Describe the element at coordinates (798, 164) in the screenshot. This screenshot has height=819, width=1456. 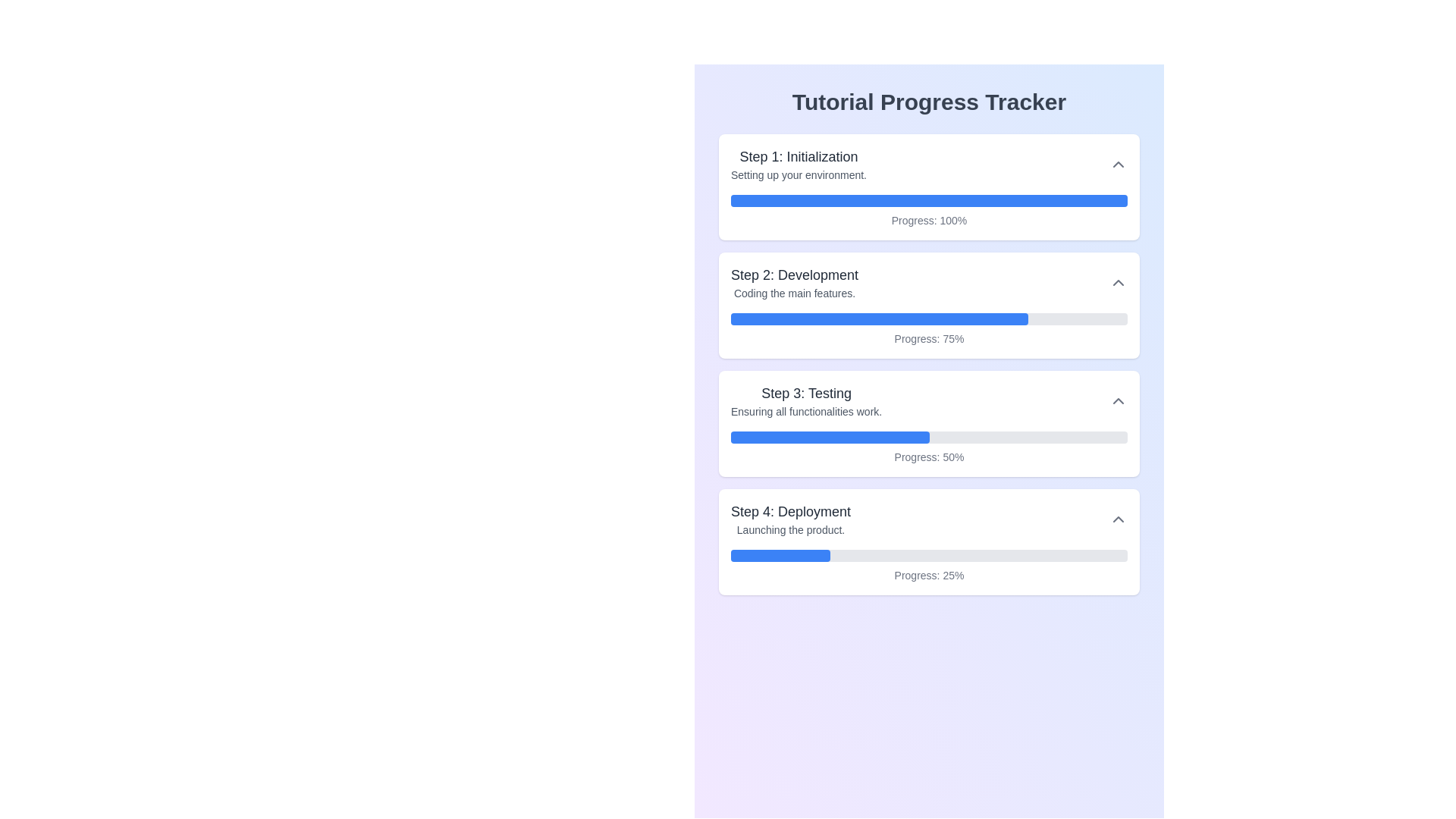
I see `the Descriptive header titled 'Step 1: Initialization' for accessibility purposes` at that location.